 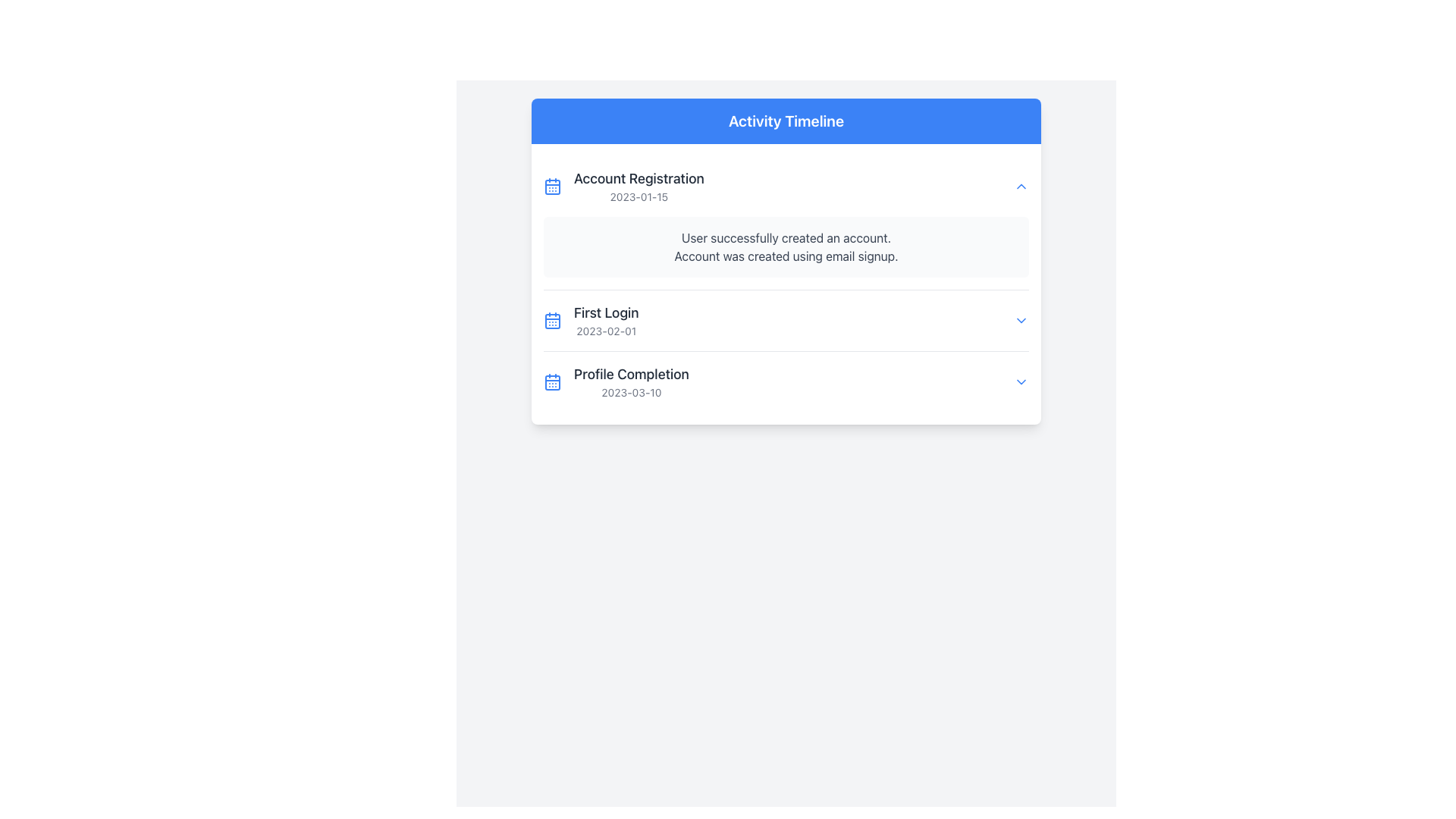 What do you see at coordinates (631, 381) in the screenshot?
I see `text of the third timeline entry that indicates the profile completion on '2023-03-10', which is located under 'First Login'` at bounding box center [631, 381].